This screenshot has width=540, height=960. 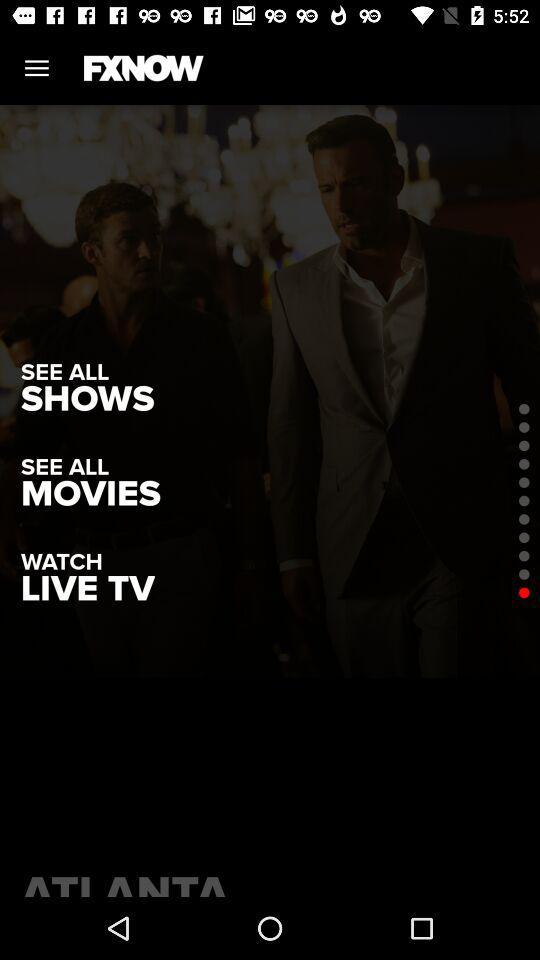 What do you see at coordinates (86, 398) in the screenshot?
I see `the shows` at bounding box center [86, 398].